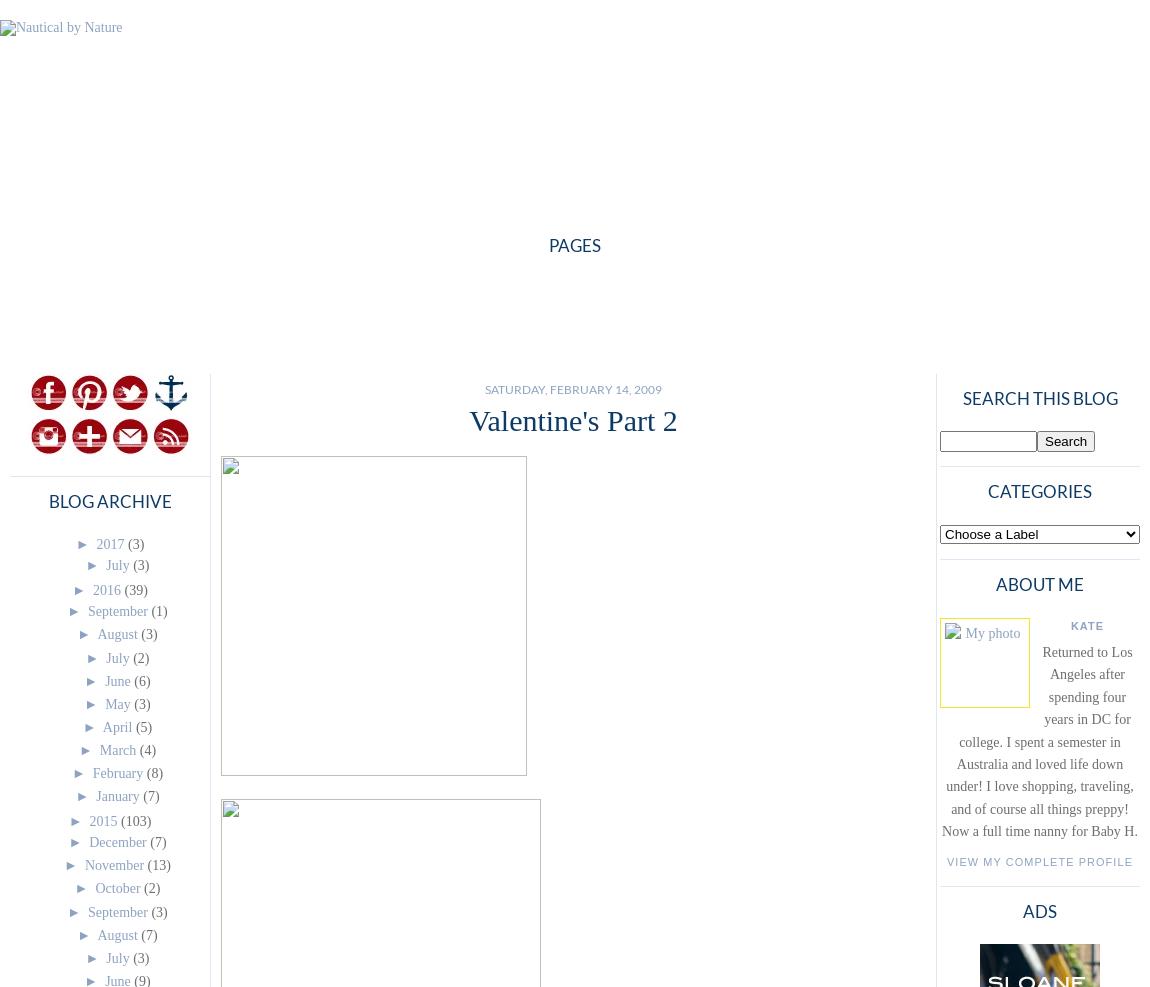 The image size is (1150, 987). Describe the element at coordinates (573, 419) in the screenshot. I see `'Valentine's Part 2'` at that location.